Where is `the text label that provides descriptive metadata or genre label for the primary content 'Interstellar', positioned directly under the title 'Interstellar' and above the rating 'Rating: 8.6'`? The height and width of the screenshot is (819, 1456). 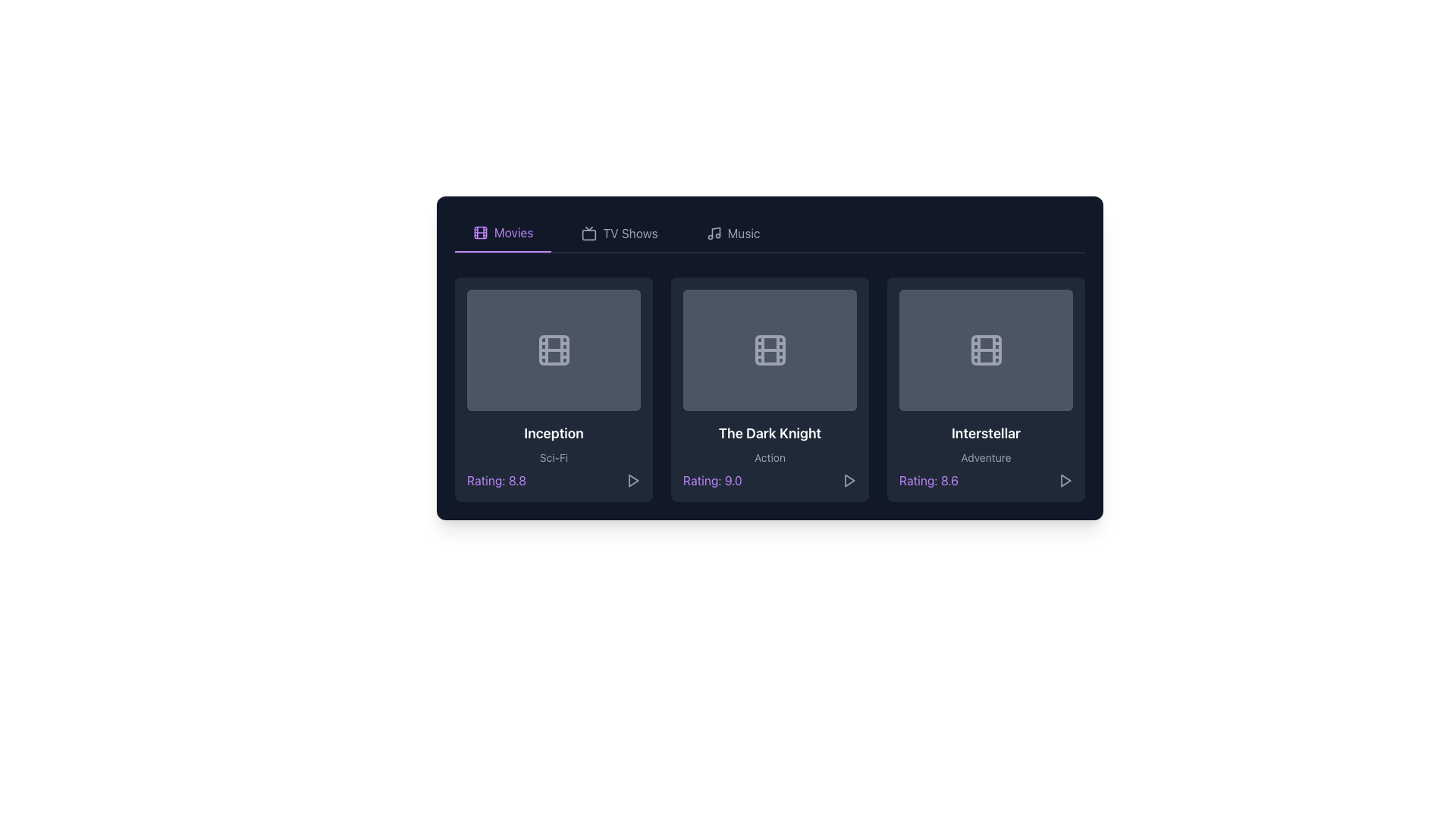
the text label that provides descriptive metadata or genre label for the primary content 'Interstellar', positioned directly under the title 'Interstellar' and above the rating 'Rating: 8.6' is located at coordinates (986, 457).